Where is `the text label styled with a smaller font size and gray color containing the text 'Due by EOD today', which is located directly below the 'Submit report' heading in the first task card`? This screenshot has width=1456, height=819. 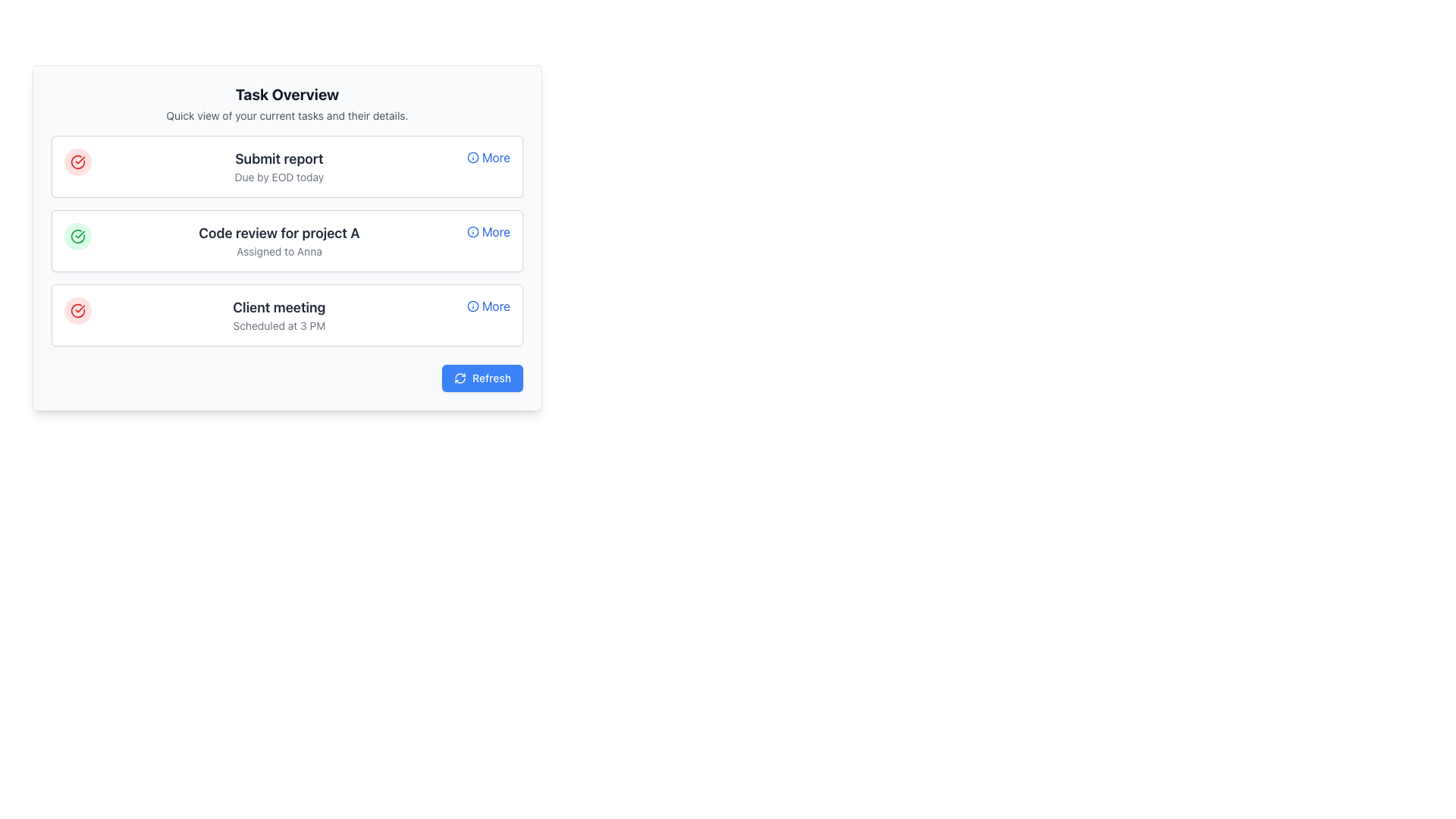 the text label styled with a smaller font size and gray color containing the text 'Due by EOD today', which is located directly below the 'Submit report' heading in the first task card is located at coordinates (279, 177).